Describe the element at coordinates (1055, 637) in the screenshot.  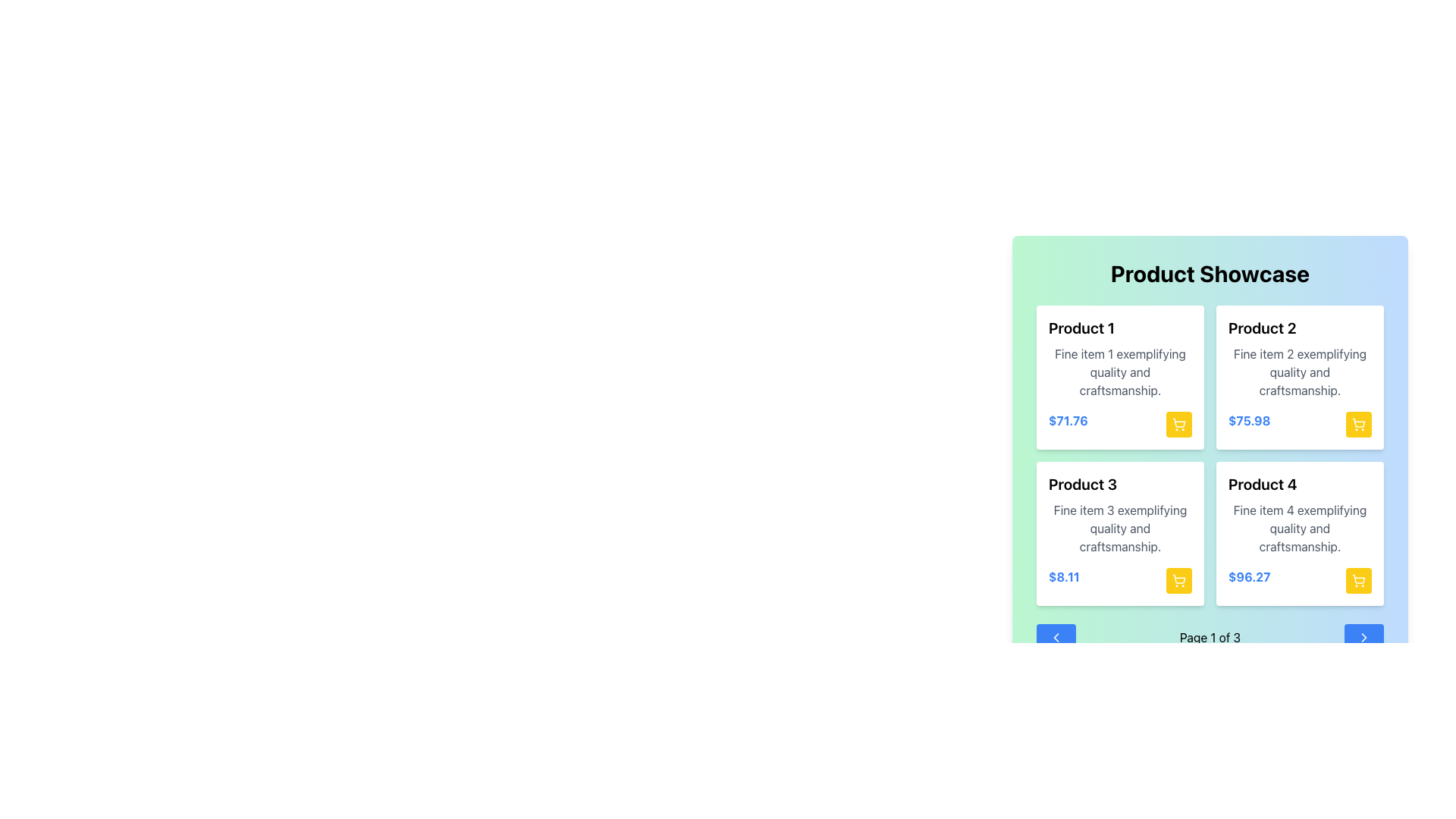
I see `the 'Previous Page' button located at the bottom of the page, directly to the left of the text 'Page 1 of 3'` at that location.